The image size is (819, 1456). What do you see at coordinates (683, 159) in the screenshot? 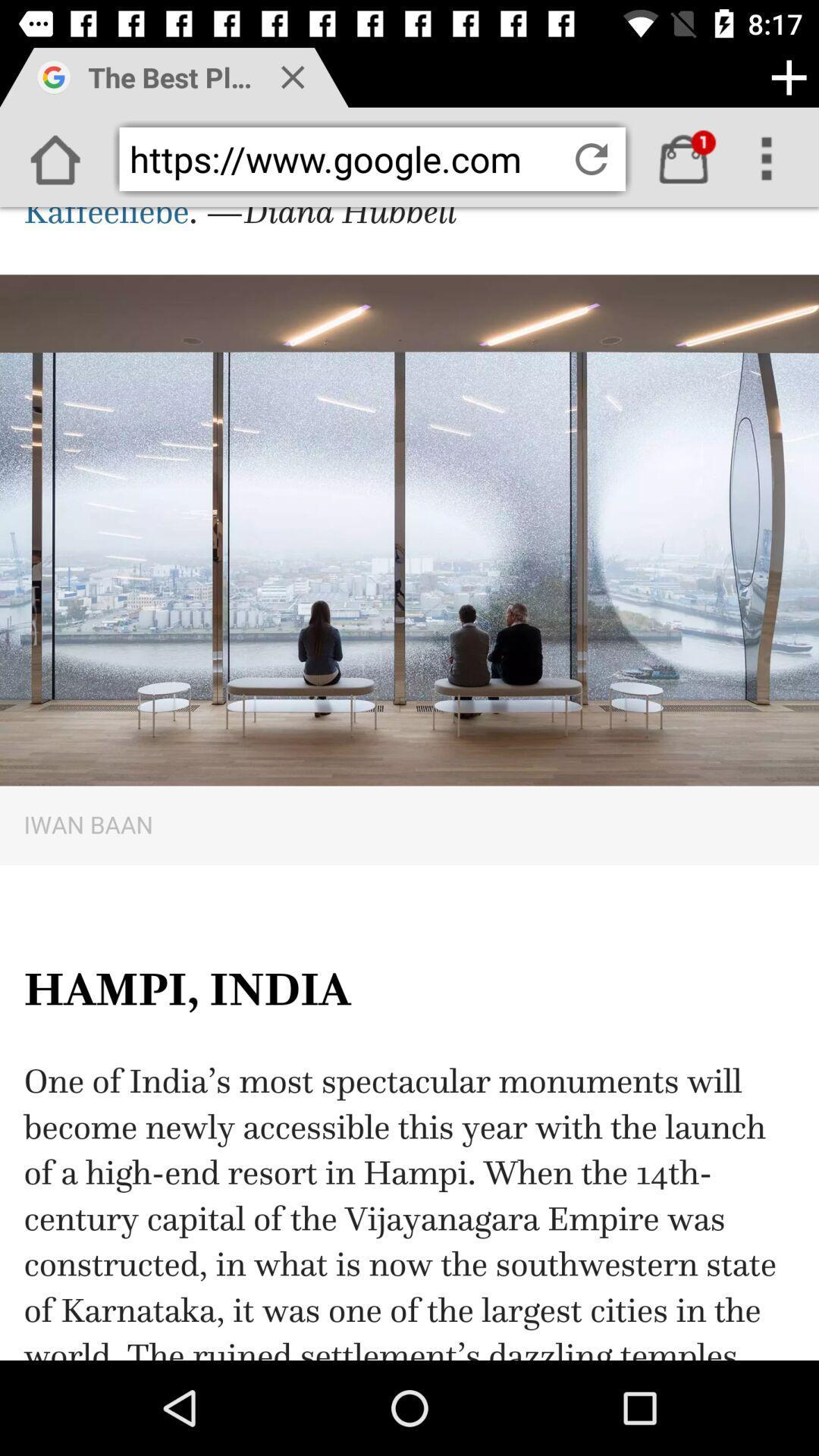
I see `shopping bag` at bounding box center [683, 159].